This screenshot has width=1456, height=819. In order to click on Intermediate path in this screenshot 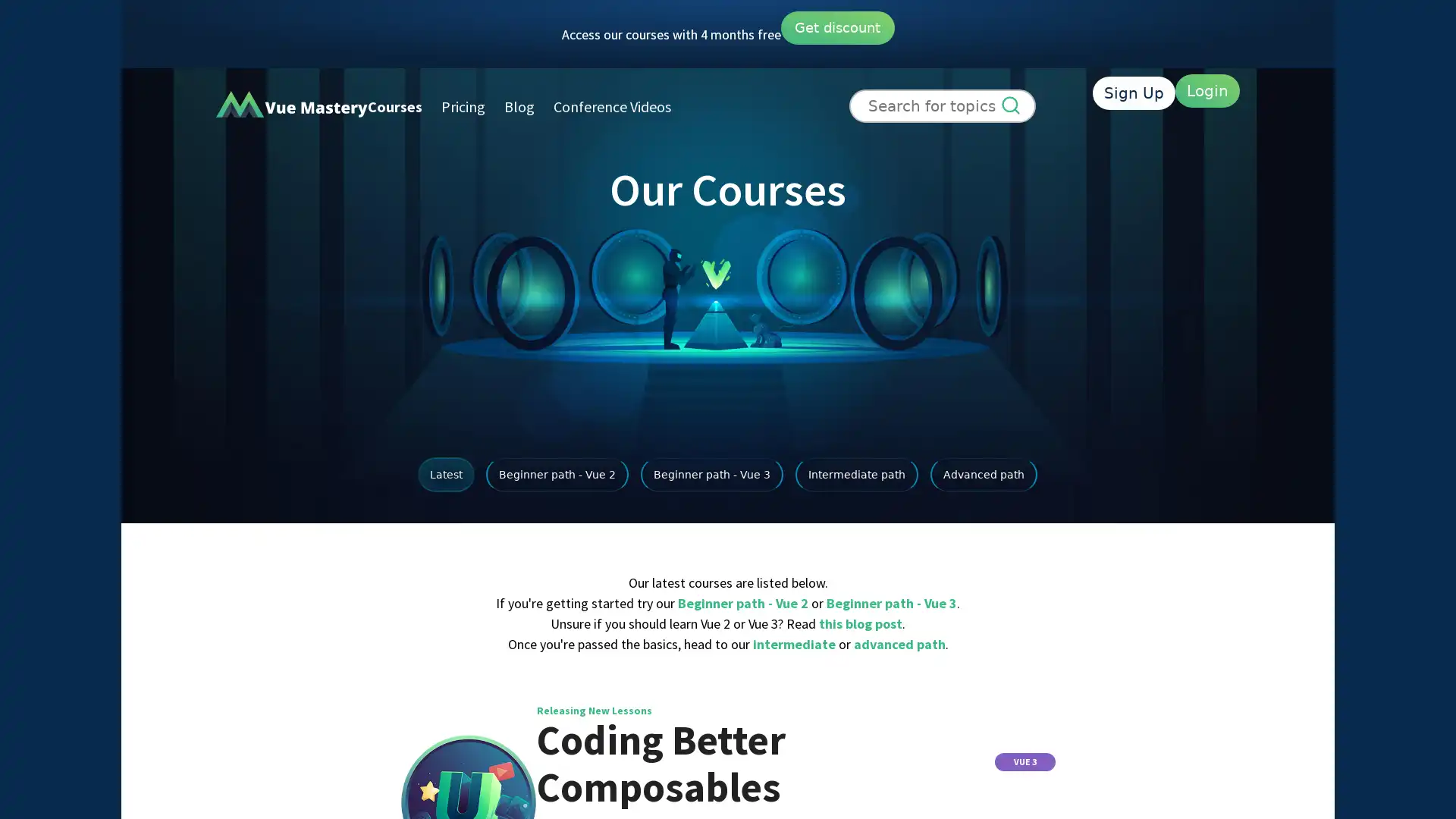, I will do `click(904, 473)`.